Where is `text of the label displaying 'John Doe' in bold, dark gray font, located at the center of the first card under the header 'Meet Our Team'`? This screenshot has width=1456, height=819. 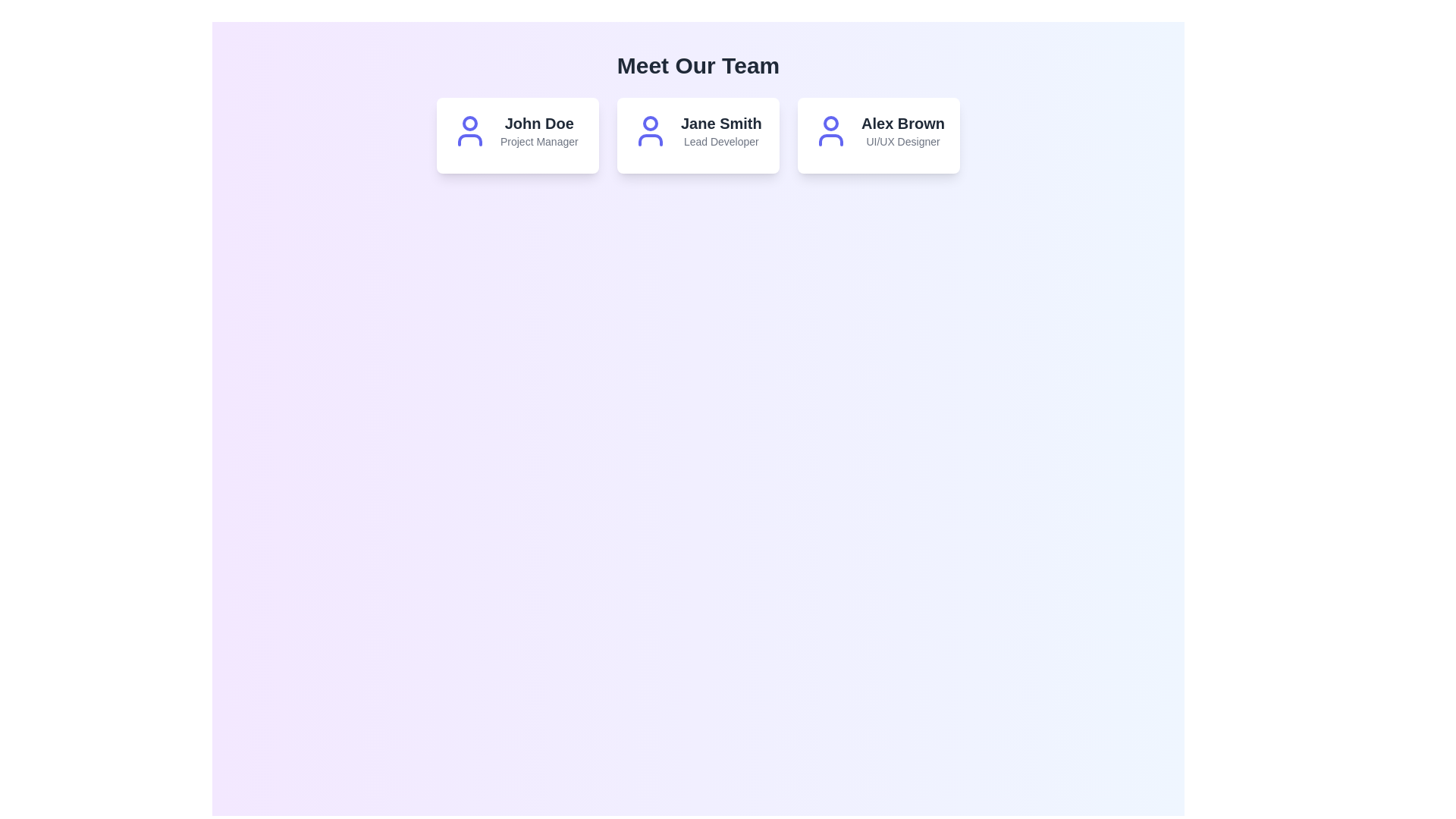
text of the label displaying 'John Doe' in bold, dark gray font, located at the center of the first card under the header 'Meet Our Team' is located at coordinates (539, 122).